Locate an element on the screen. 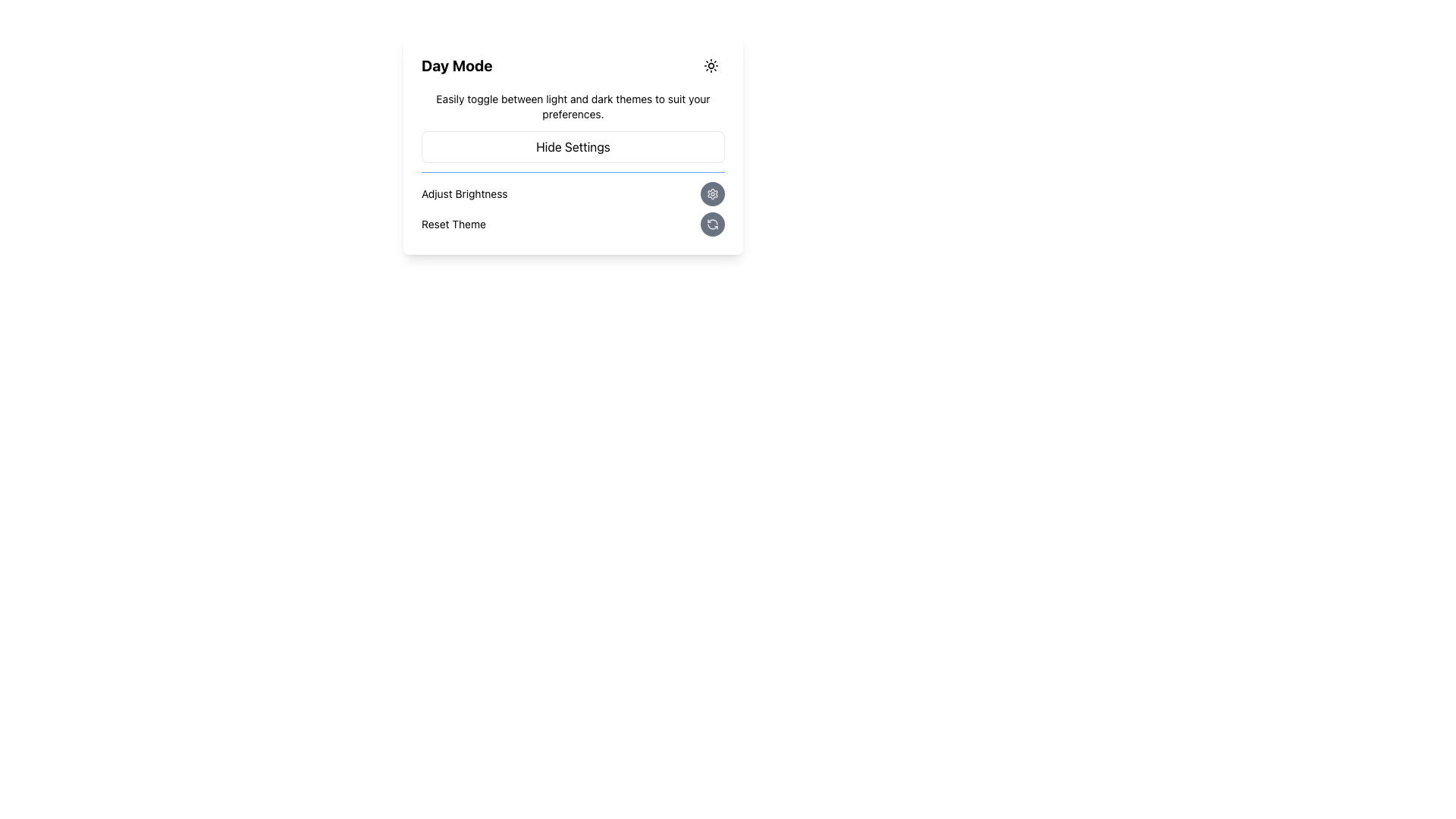  the theme mode toggle icon located in the top-right corner of the settings card to switch between day mode and night mode is located at coordinates (710, 65).